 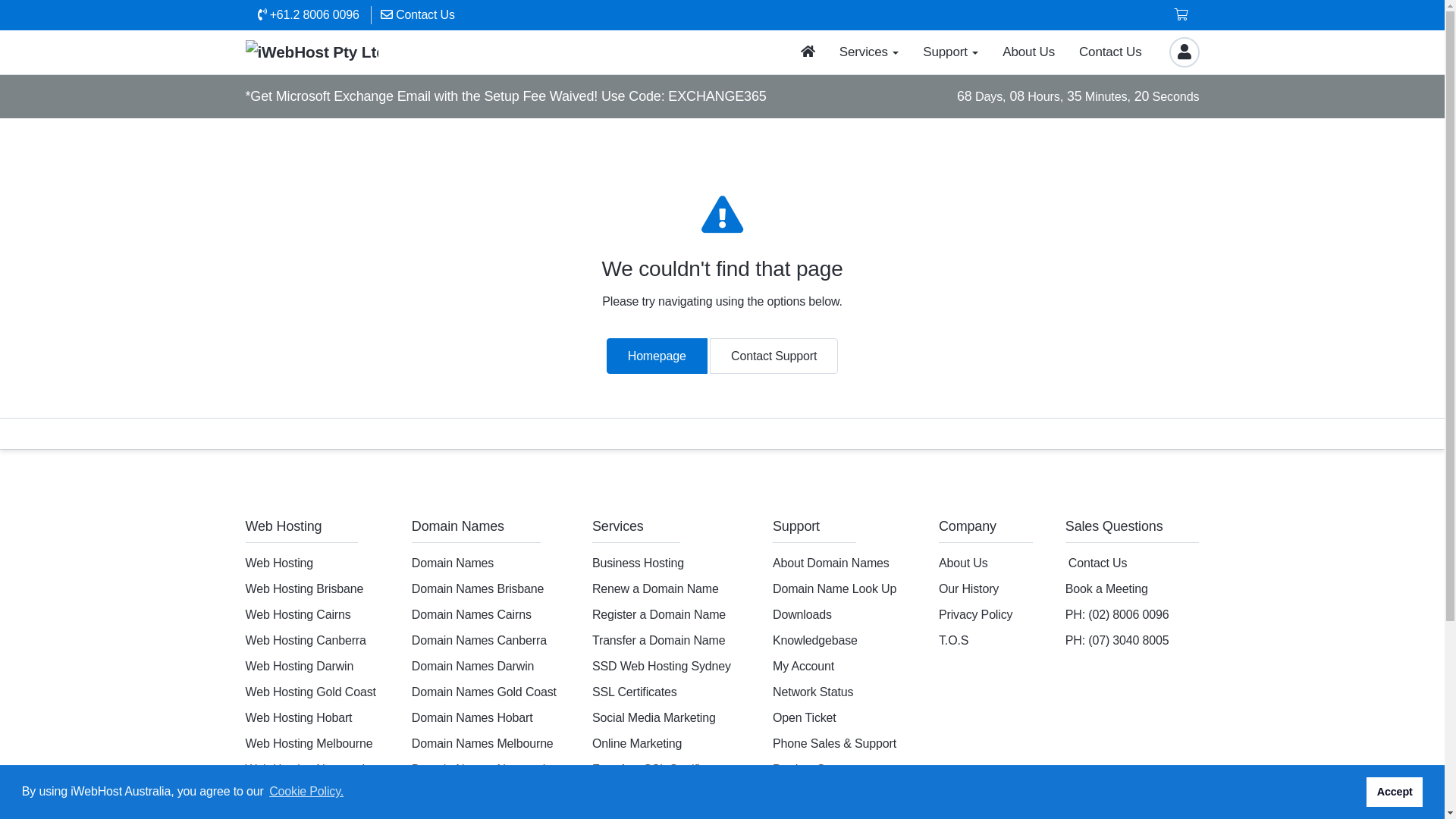 I want to click on 'Domain Names Newcastle', so click(x=481, y=769).